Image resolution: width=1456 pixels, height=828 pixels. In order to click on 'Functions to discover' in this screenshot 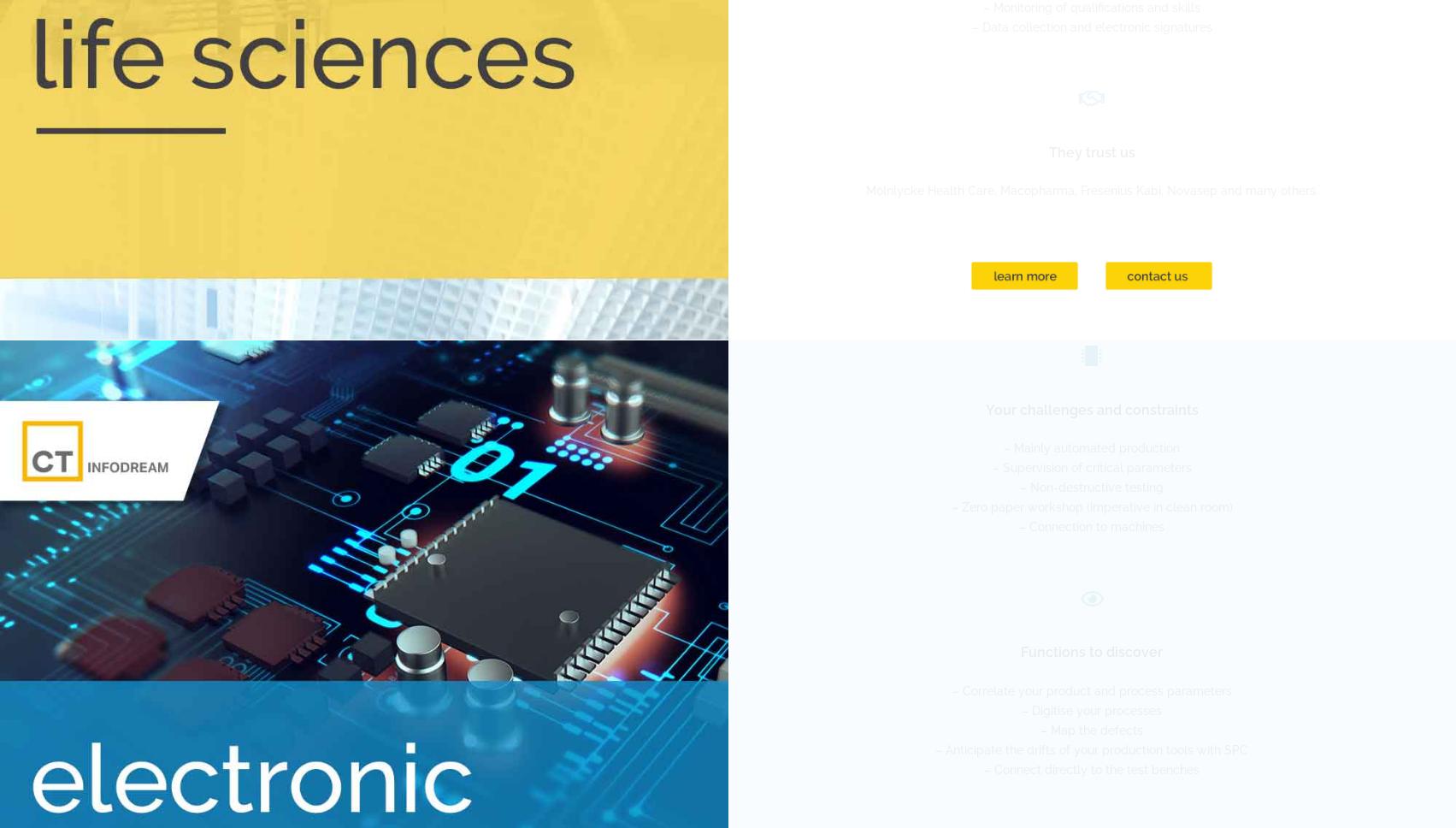, I will do `click(1091, 652)`.